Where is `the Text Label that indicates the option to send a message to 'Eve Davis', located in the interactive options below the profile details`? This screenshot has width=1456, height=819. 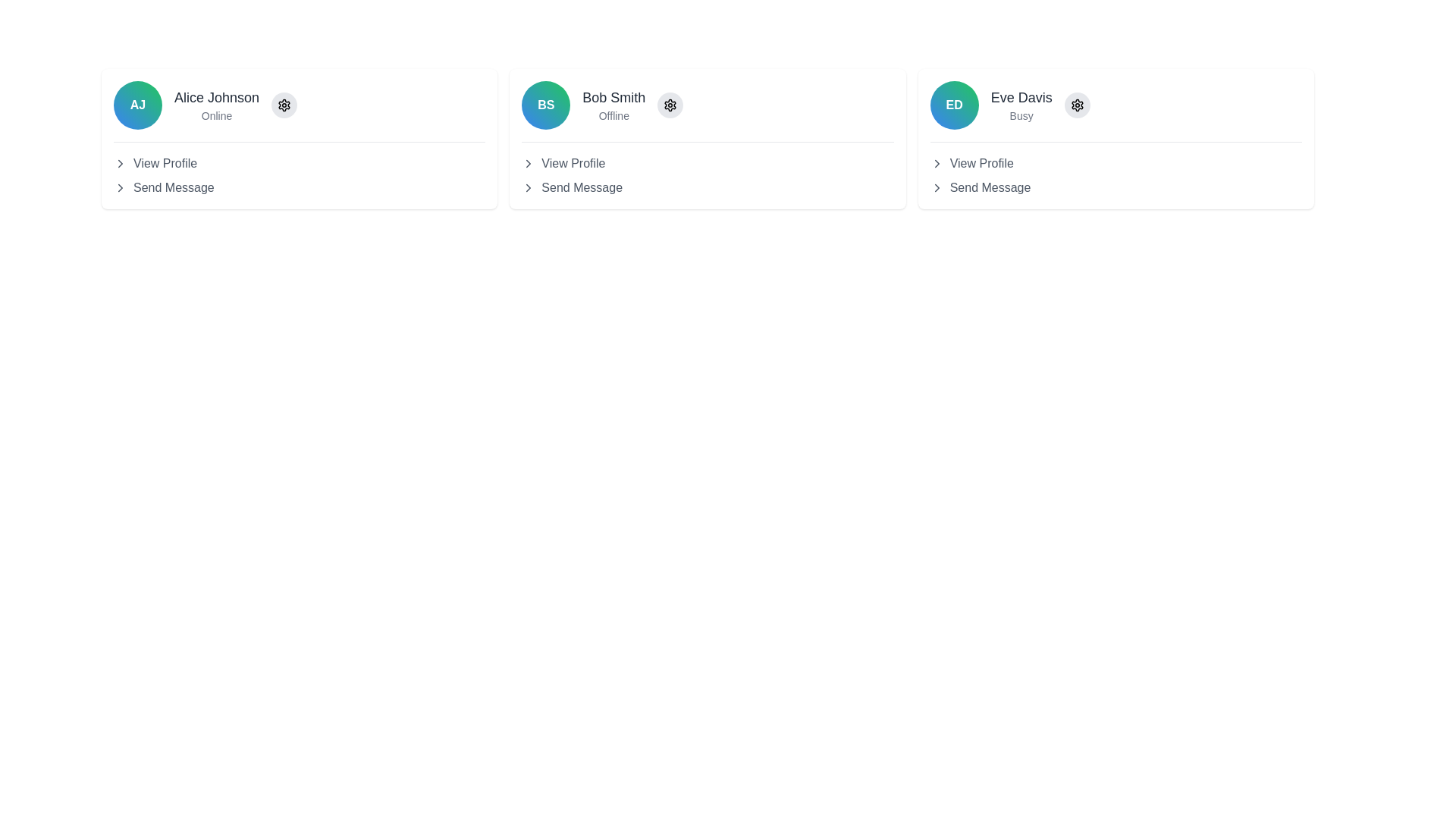
the Text Label that indicates the option to send a message to 'Eve Davis', located in the interactive options below the profile details is located at coordinates (990, 187).